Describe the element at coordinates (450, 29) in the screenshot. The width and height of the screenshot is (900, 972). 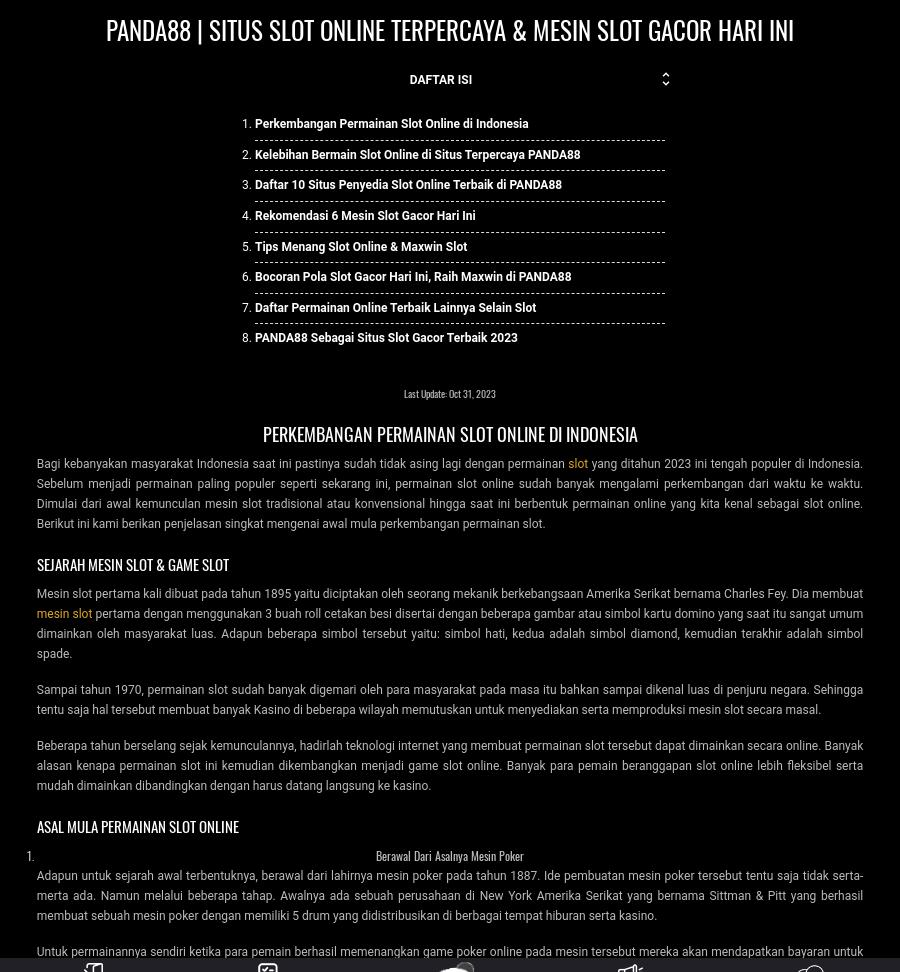
I see `'PANDA88 | Situs Slot Online Terpercaya & Mesin Slot Gacor Hari Ini'` at that location.